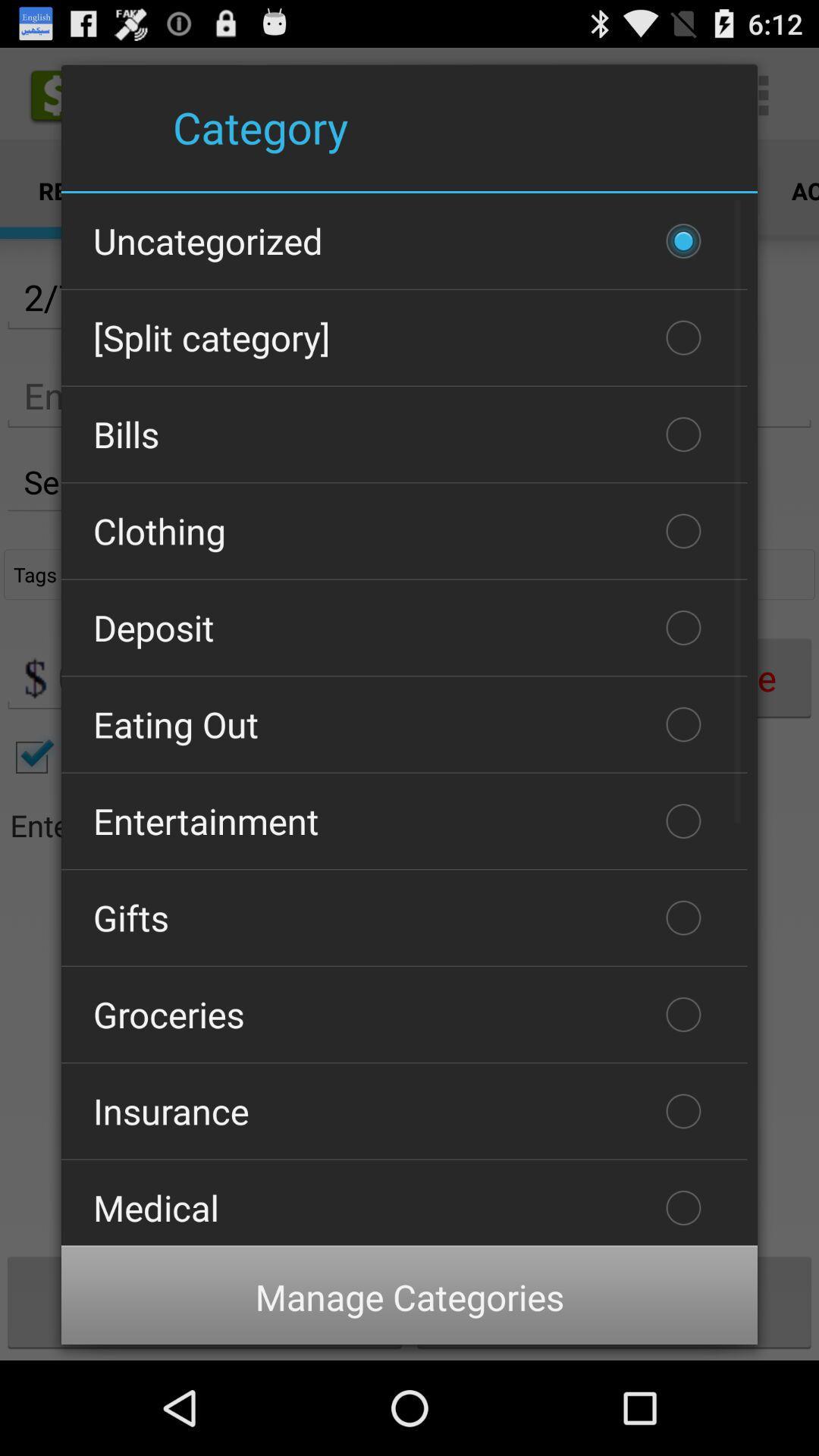  Describe the element at coordinates (403, 917) in the screenshot. I see `the icon above the groceries checkbox` at that location.